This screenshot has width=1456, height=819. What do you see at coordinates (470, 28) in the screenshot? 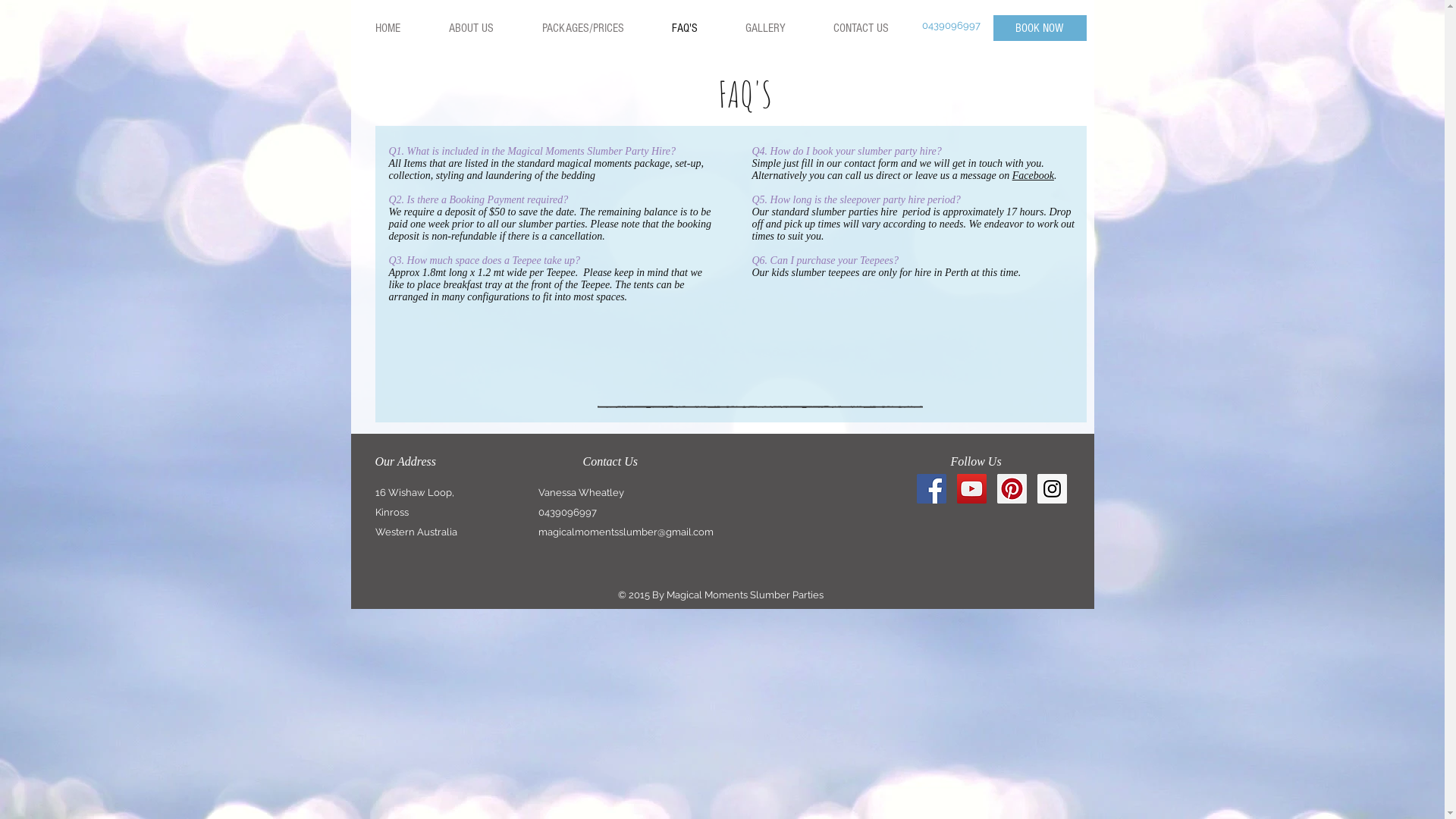
I see `'ABOUT US'` at bounding box center [470, 28].